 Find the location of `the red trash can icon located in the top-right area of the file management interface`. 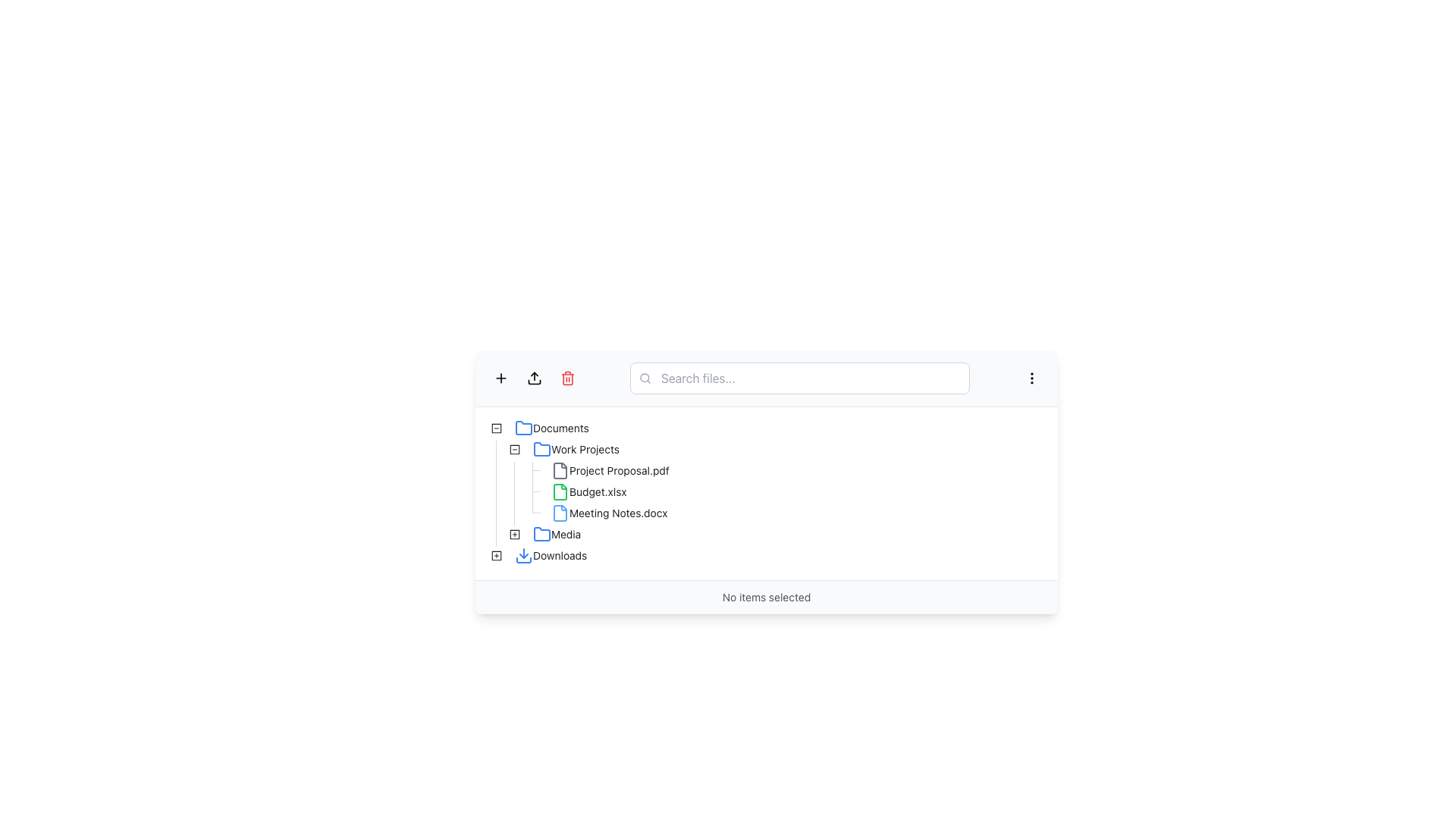

the red trash can icon located in the top-right area of the file management interface is located at coordinates (566, 377).